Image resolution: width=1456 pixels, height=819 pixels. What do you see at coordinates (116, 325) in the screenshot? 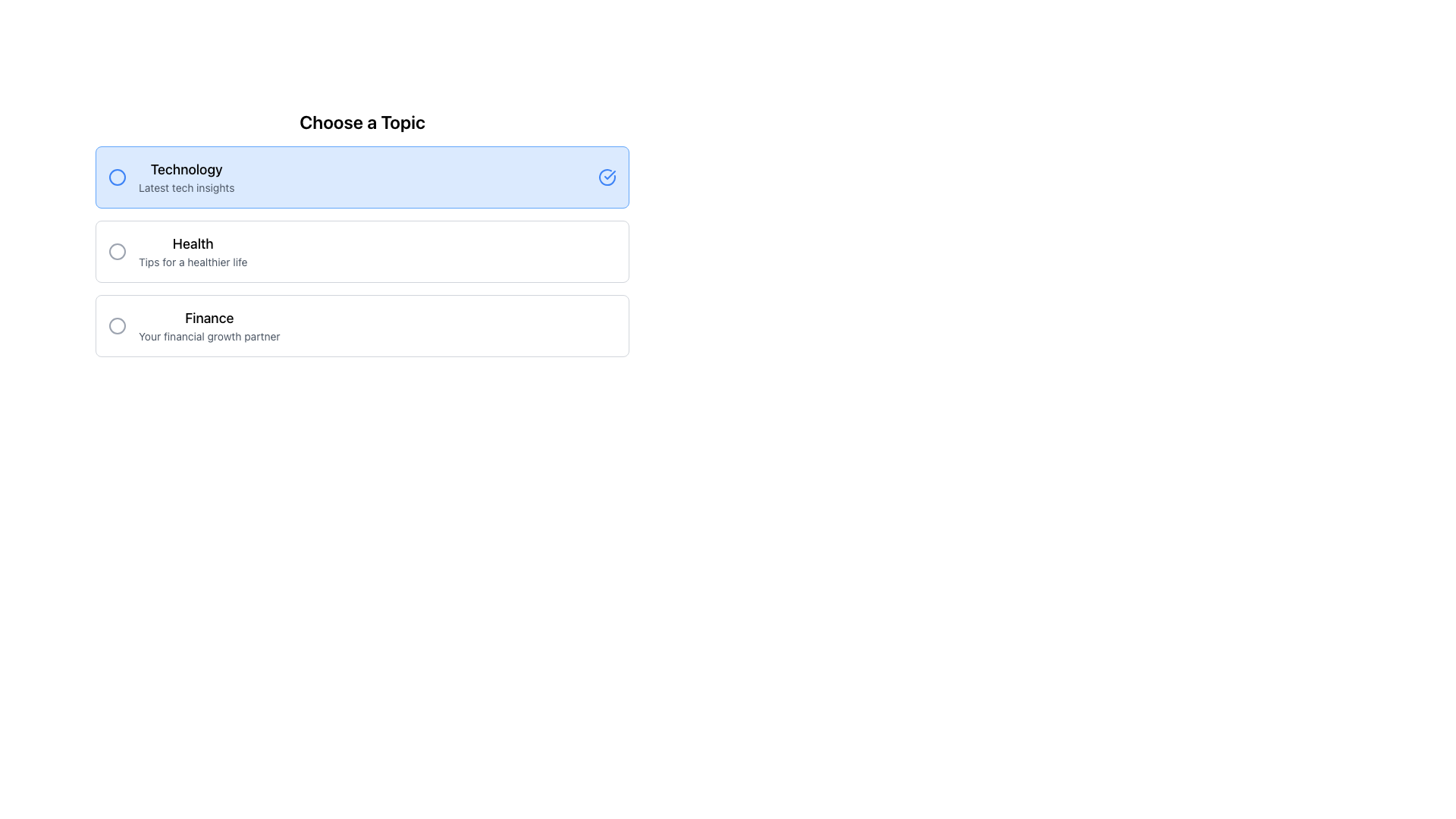
I see `the circular outlined icon button located to the left of the text block labeled 'Finance'` at bounding box center [116, 325].